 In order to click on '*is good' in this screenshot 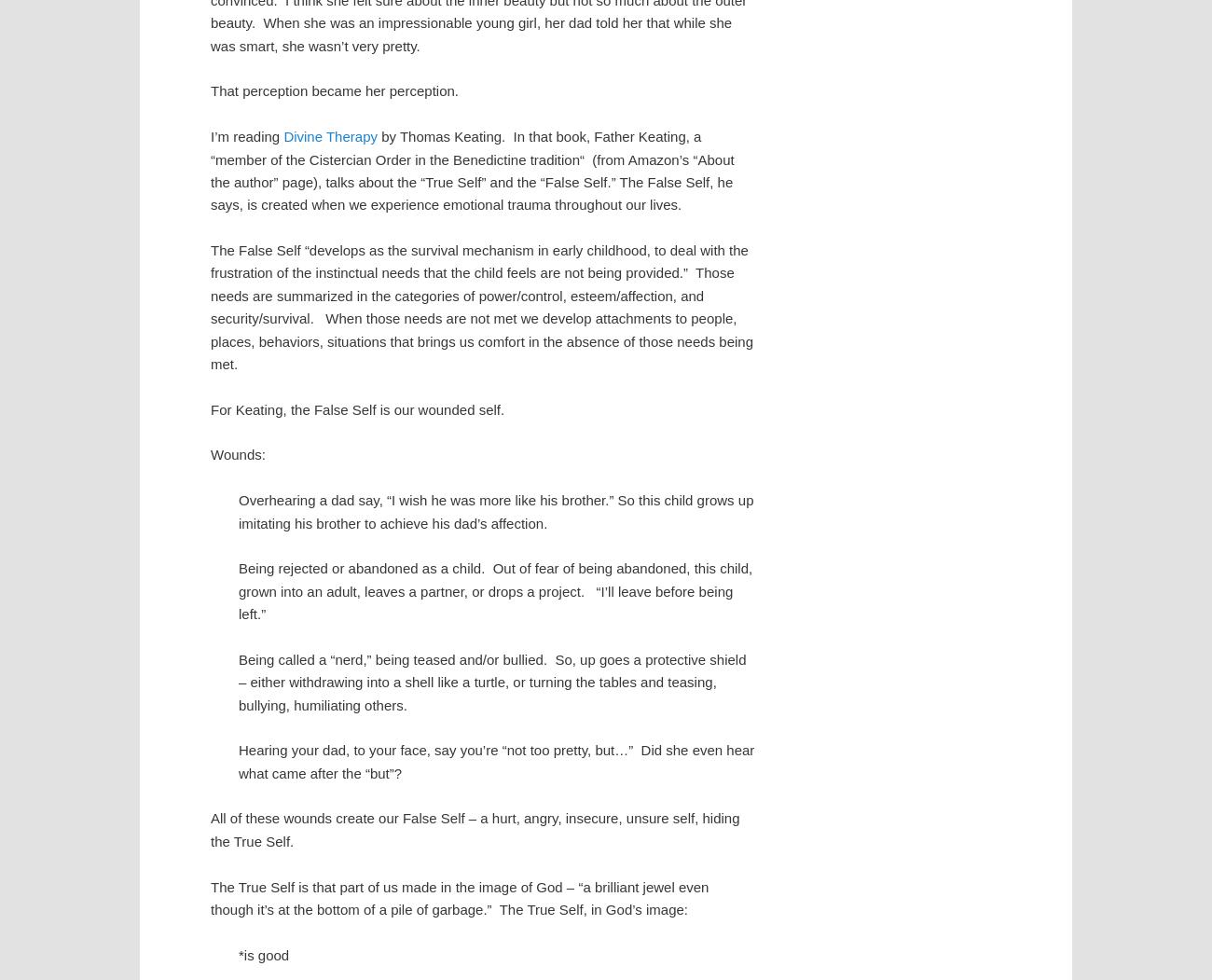, I will do `click(264, 953)`.